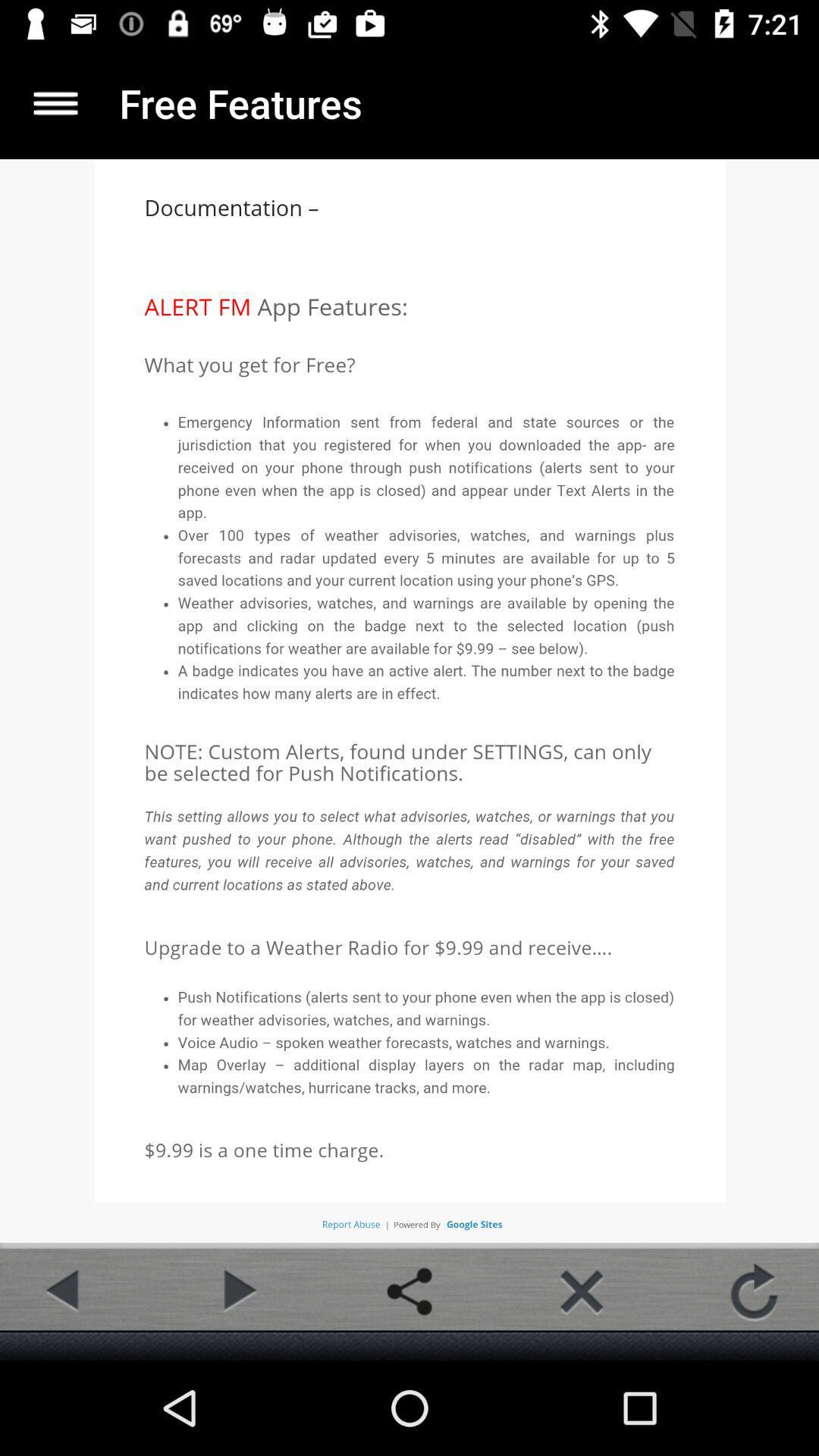 This screenshot has width=819, height=1456. Describe the element at coordinates (409, 1291) in the screenshot. I see `share option` at that location.